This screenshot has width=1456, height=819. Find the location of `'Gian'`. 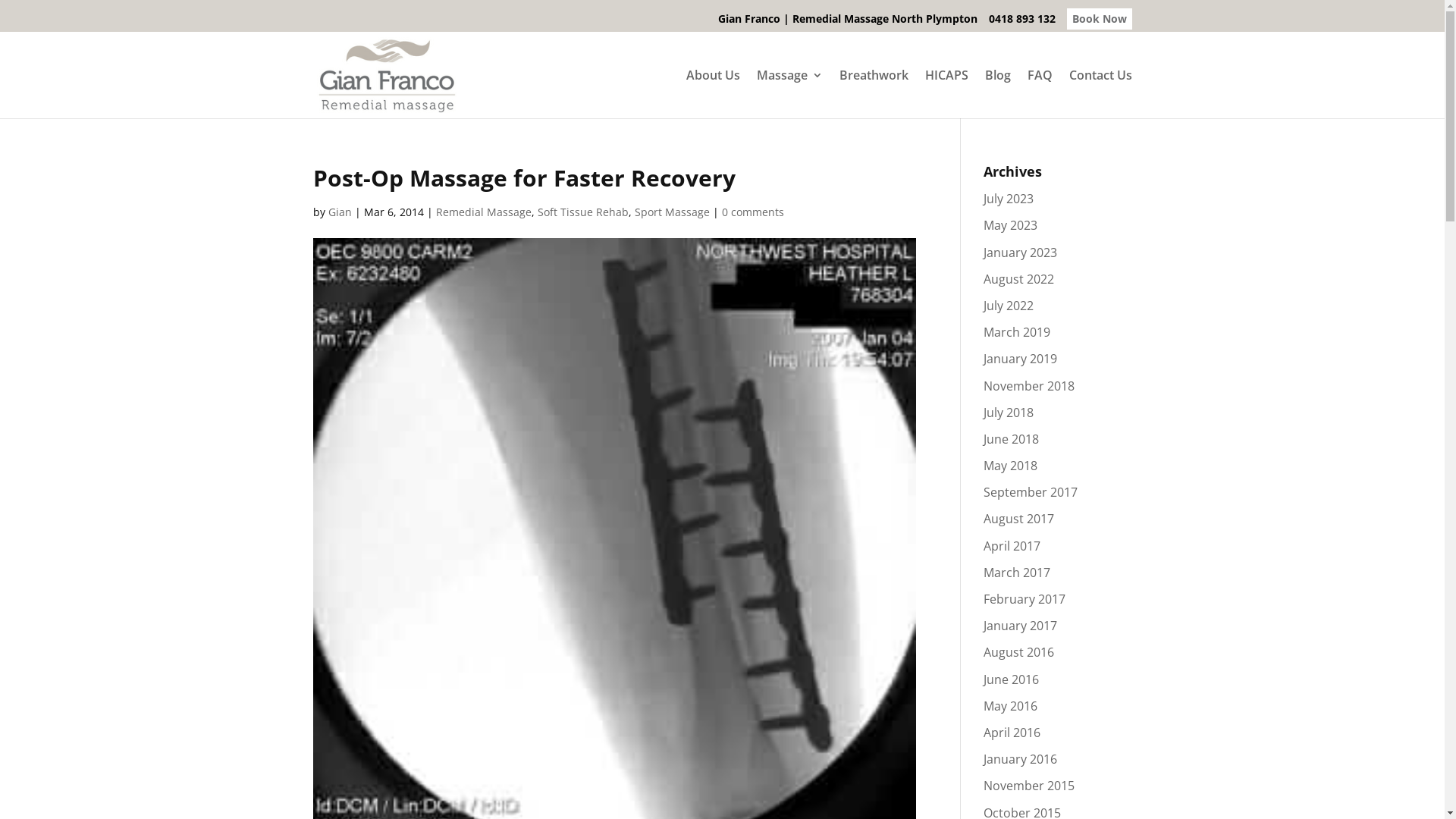

'Gian' is located at coordinates (327, 212).